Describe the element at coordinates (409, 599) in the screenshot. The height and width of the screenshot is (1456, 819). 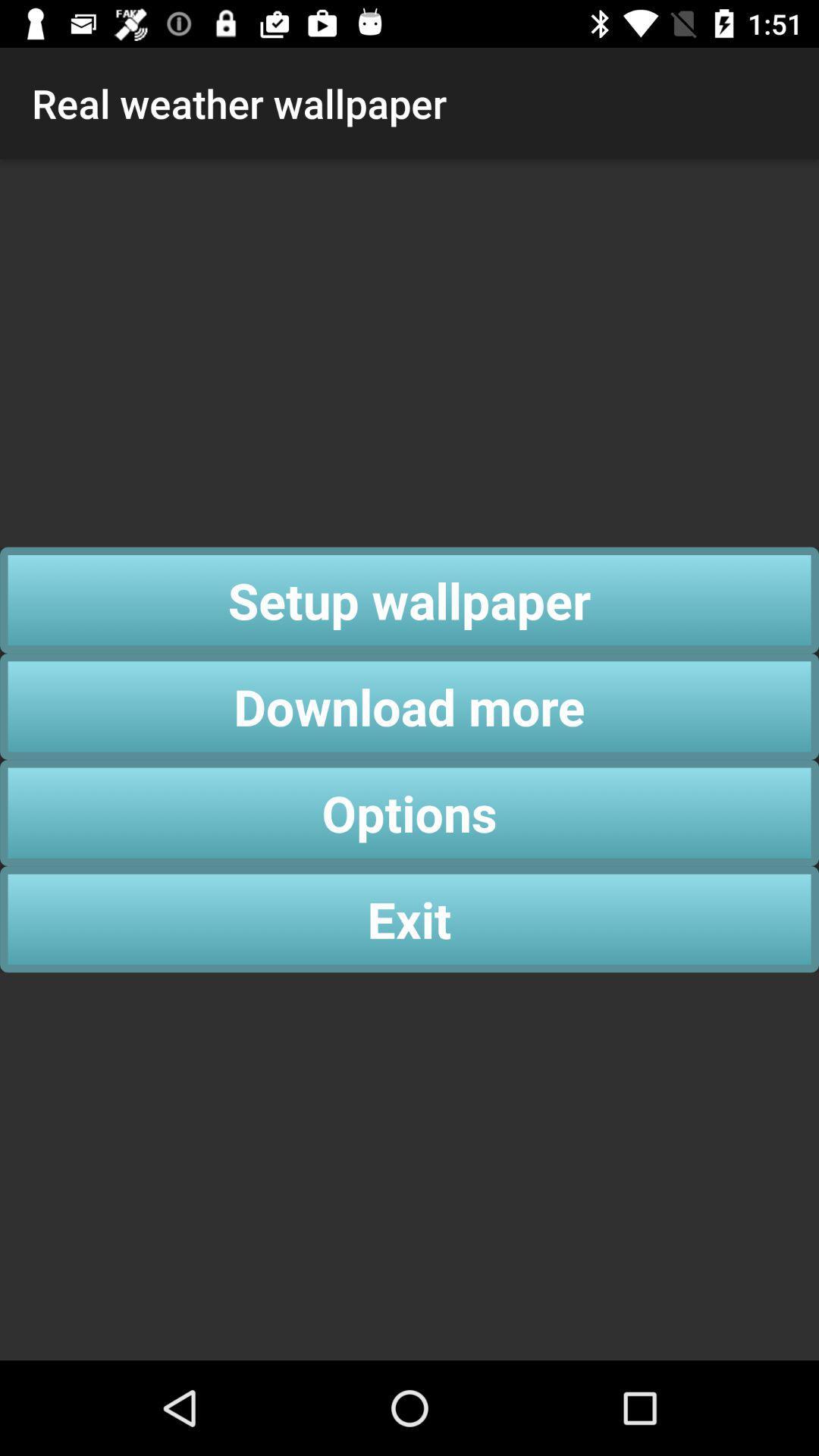
I see `button above the download more button` at that location.